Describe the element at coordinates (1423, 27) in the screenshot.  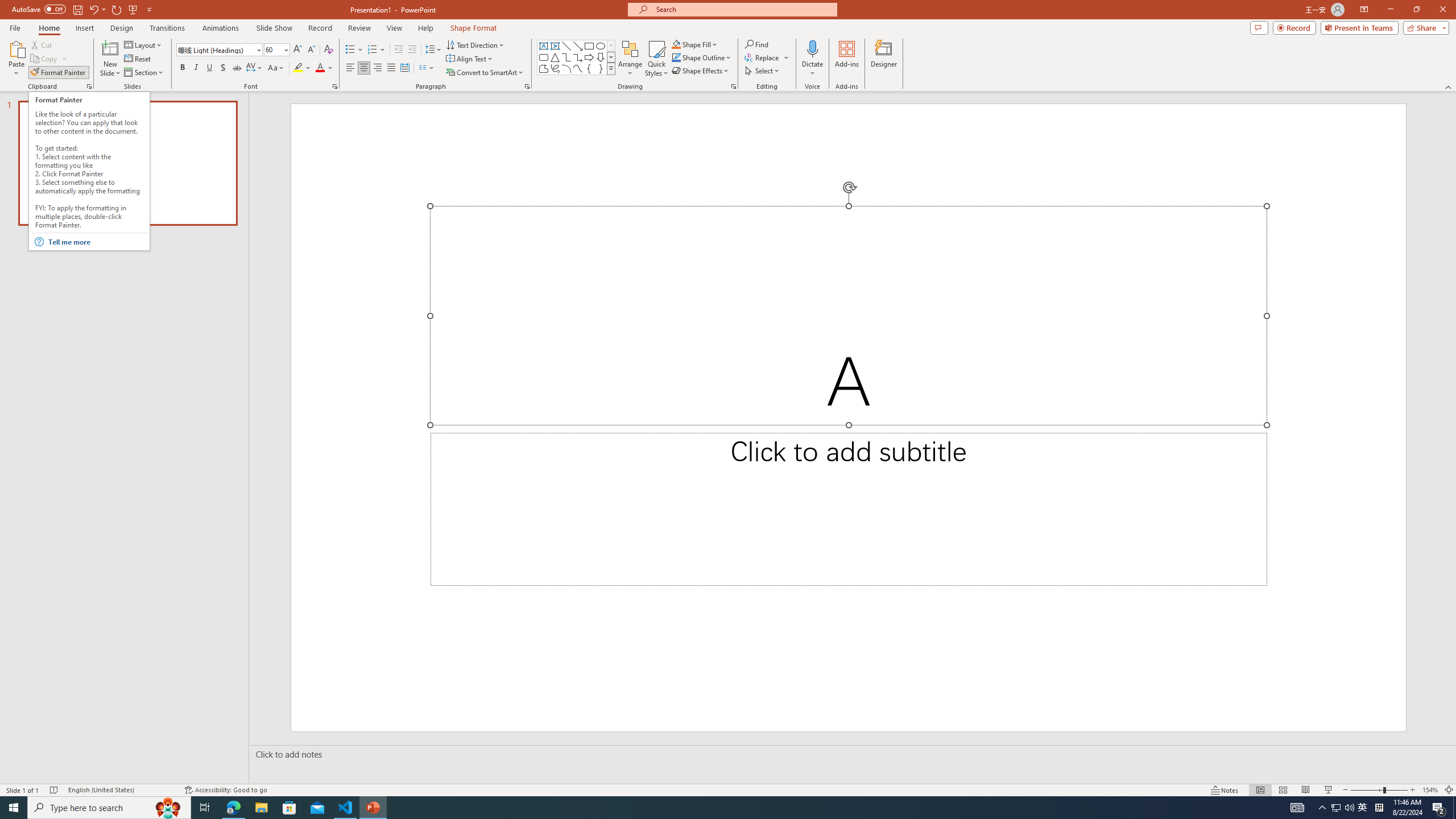
I see `'Share'` at that location.